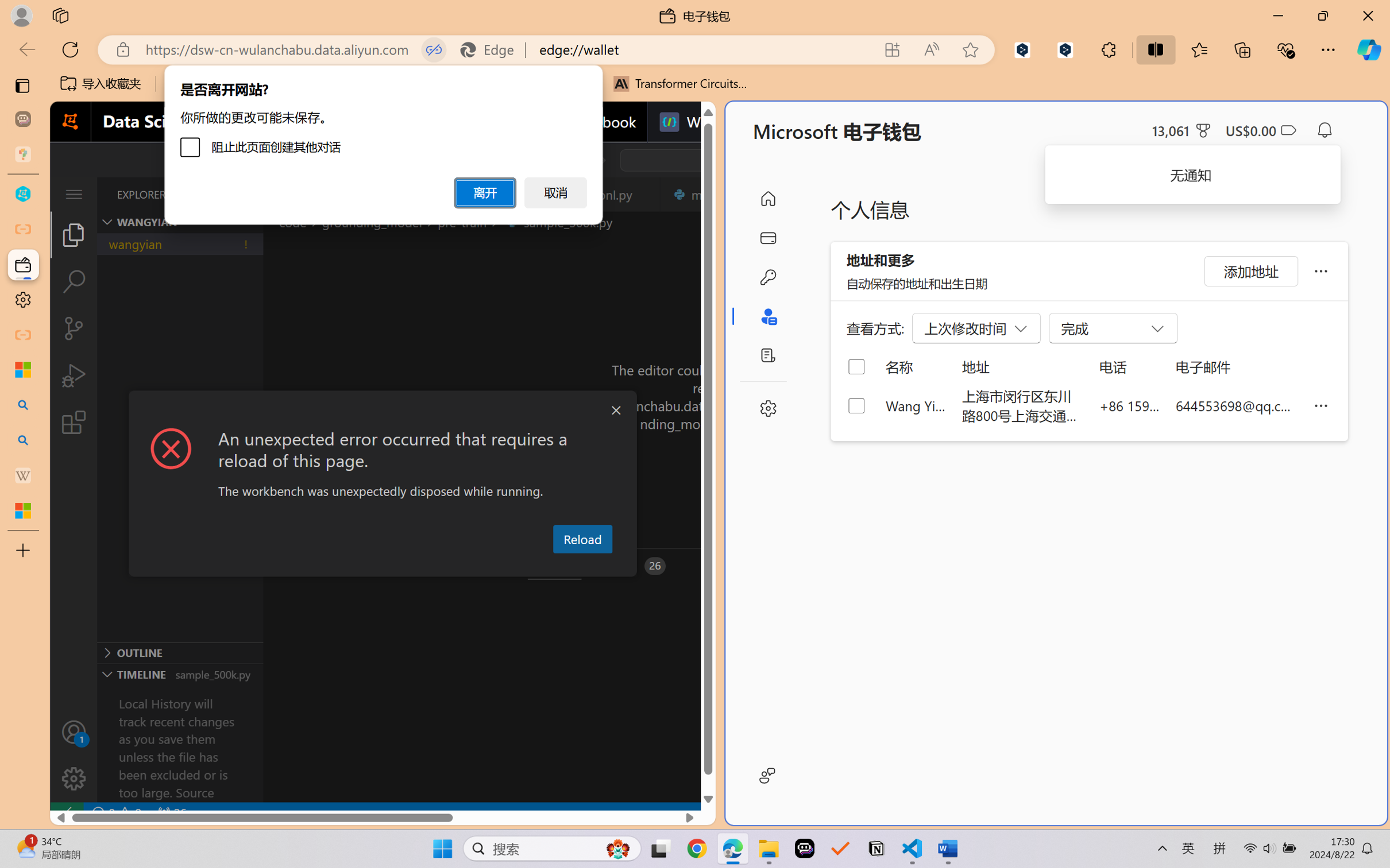 This screenshot has width=1390, height=868. Describe the element at coordinates (582, 538) in the screenshot. I see `'Reload'` at that location.